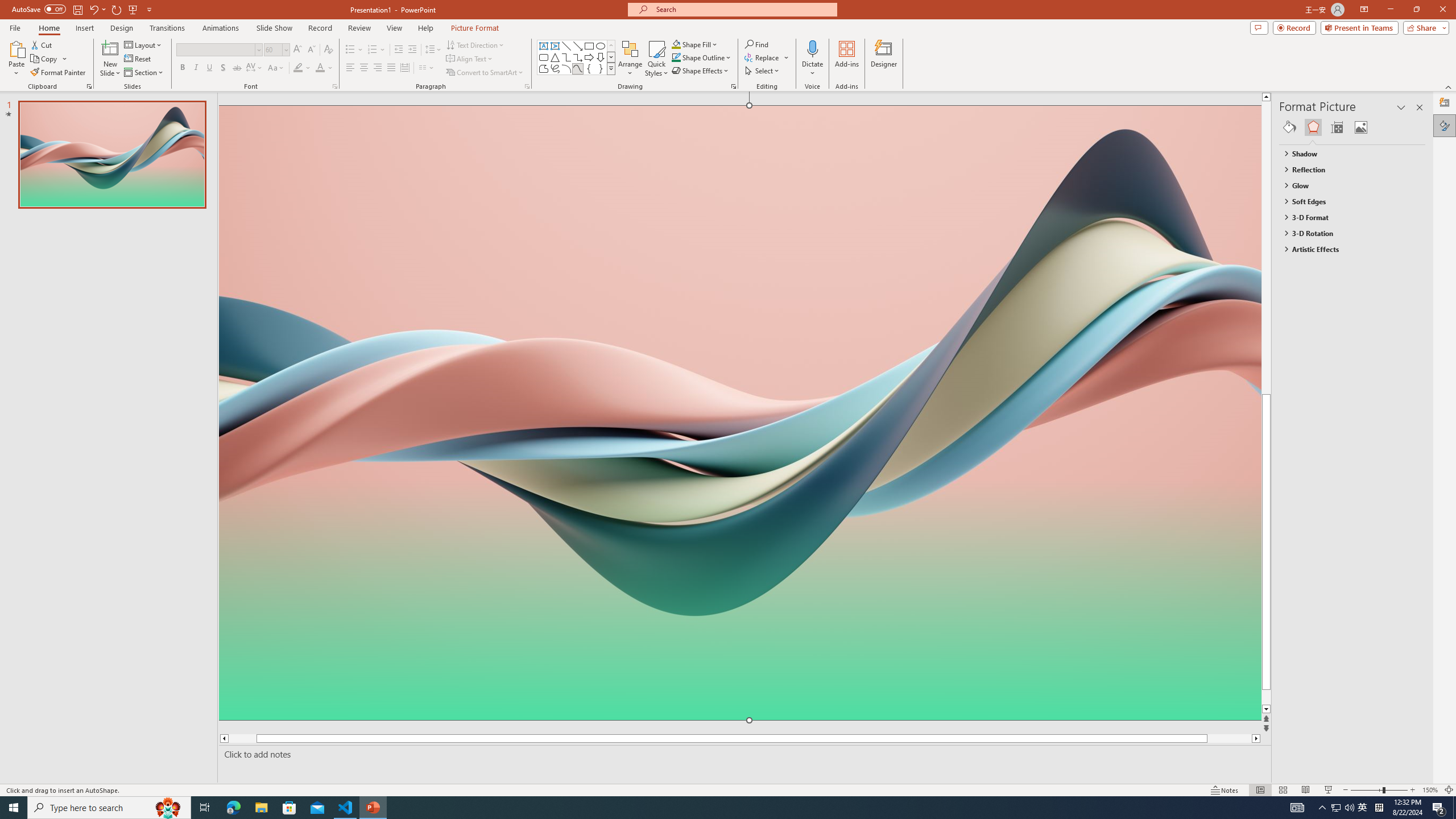  I want to click on 'Effects', so click(1313, 126).